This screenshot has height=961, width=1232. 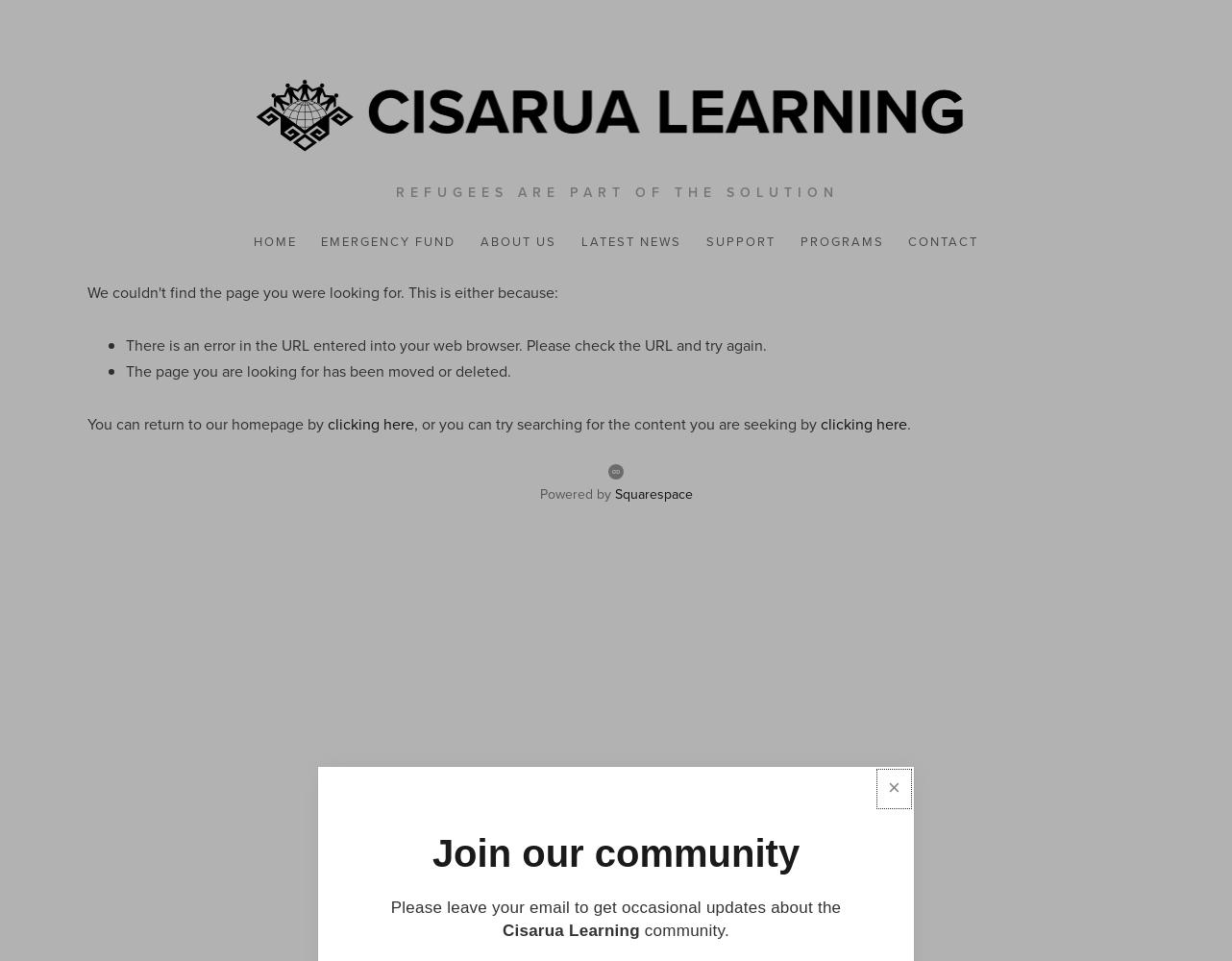 What do you see at coordinates (317, 370) in the screenshot?
I see `'The page you are looking for has been moved or deleted.'` at bounding box center [317, 370].